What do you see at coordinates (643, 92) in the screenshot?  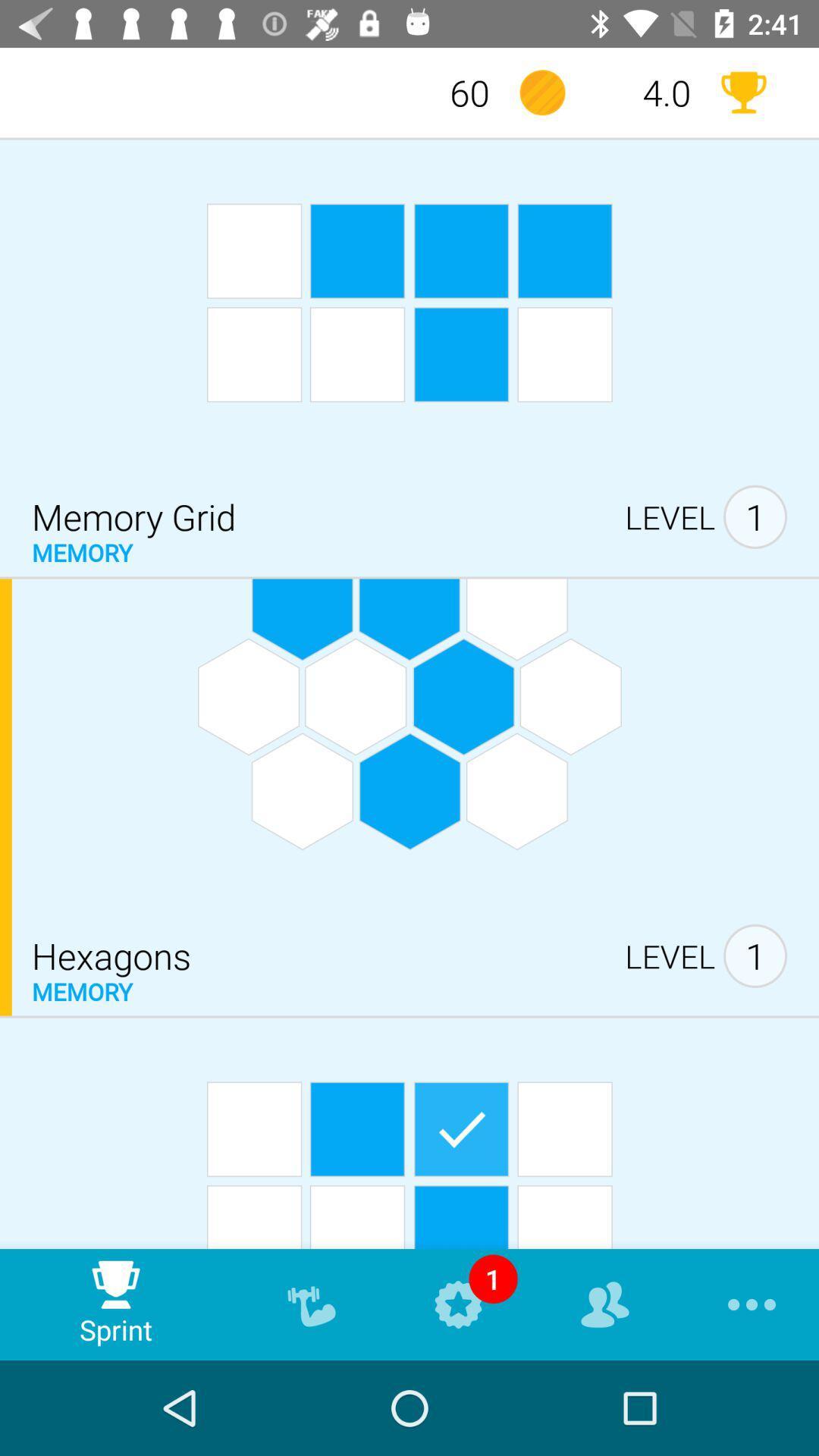 I see `4.0` at bounding box center [643, 92].